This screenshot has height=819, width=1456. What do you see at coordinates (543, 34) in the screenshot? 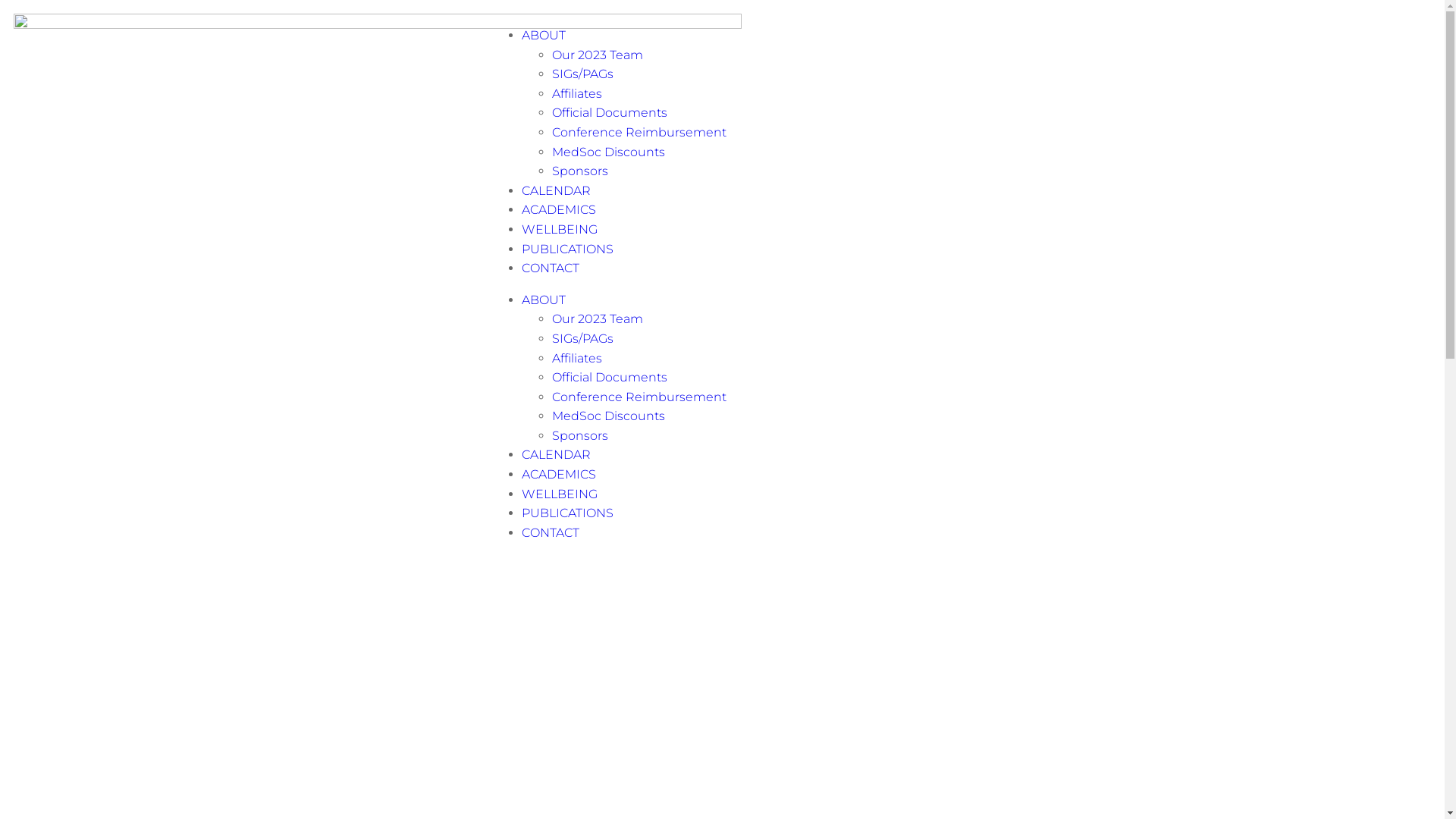
I see `'ABOUT'` at bounding box center [543, 34].